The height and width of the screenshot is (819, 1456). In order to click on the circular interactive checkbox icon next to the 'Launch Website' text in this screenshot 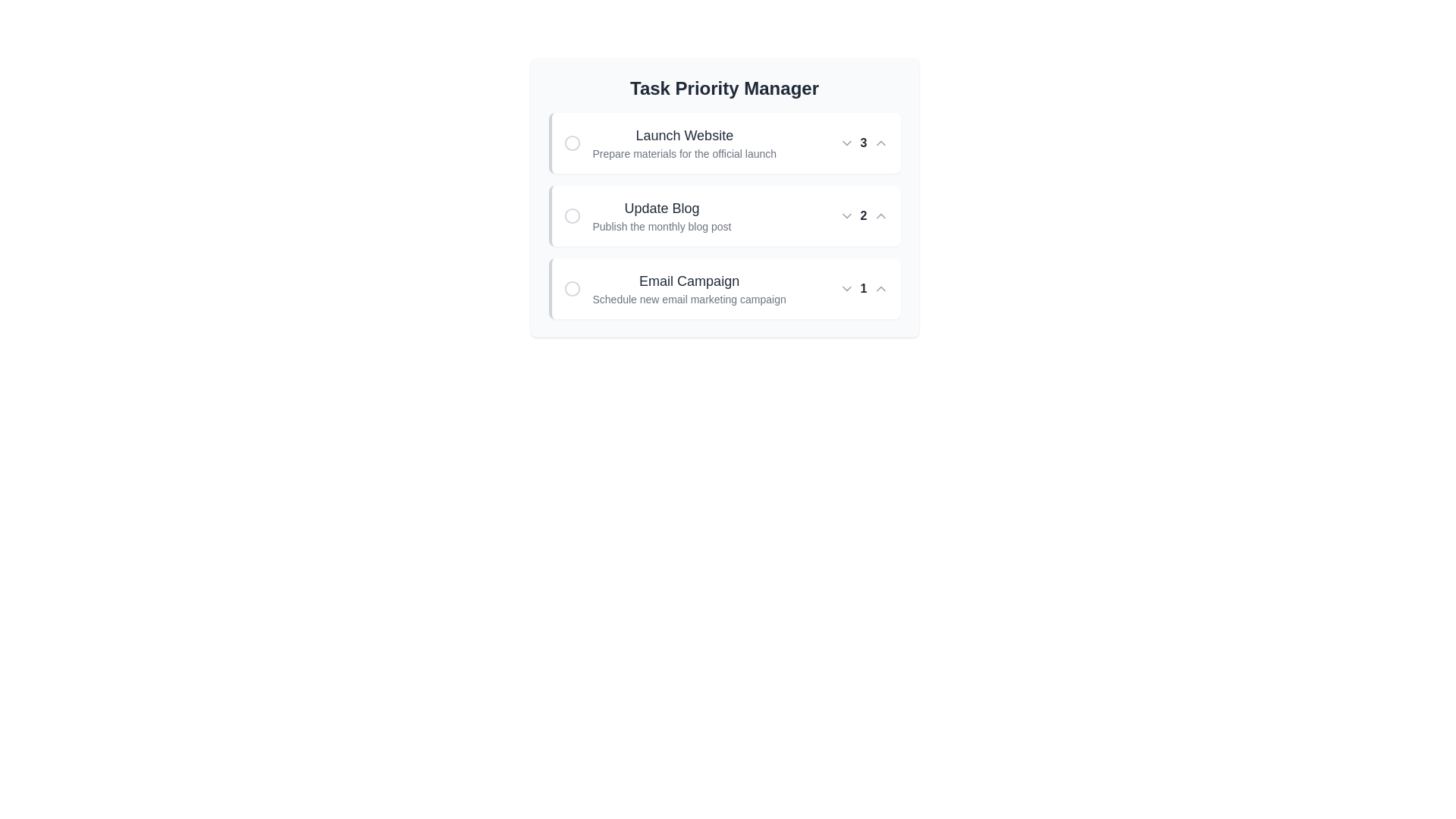, I will do `click(571, 143)`.